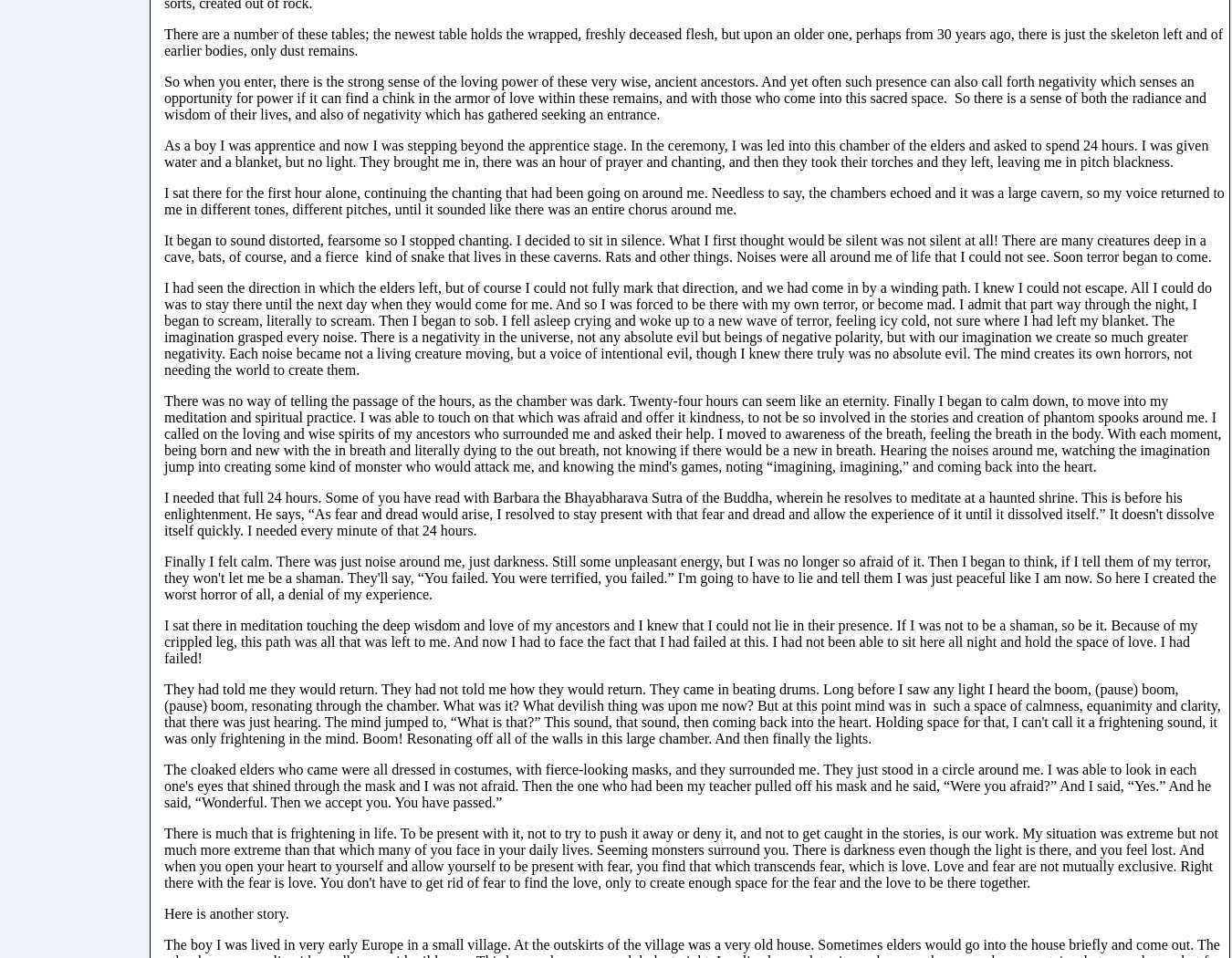  I want to click on 'I sat there in meditation touching the deep wisdom and love of my ancestors and I knew that I could not lie in their presence. If I was not to be a shaman, so be it. Because of my crippled leg, this path was all that was left to me. And now I had to face the fact that I had failed at this. I had not been able to sit here all night and hold the space of love. I had failed!', so click(680, 640).